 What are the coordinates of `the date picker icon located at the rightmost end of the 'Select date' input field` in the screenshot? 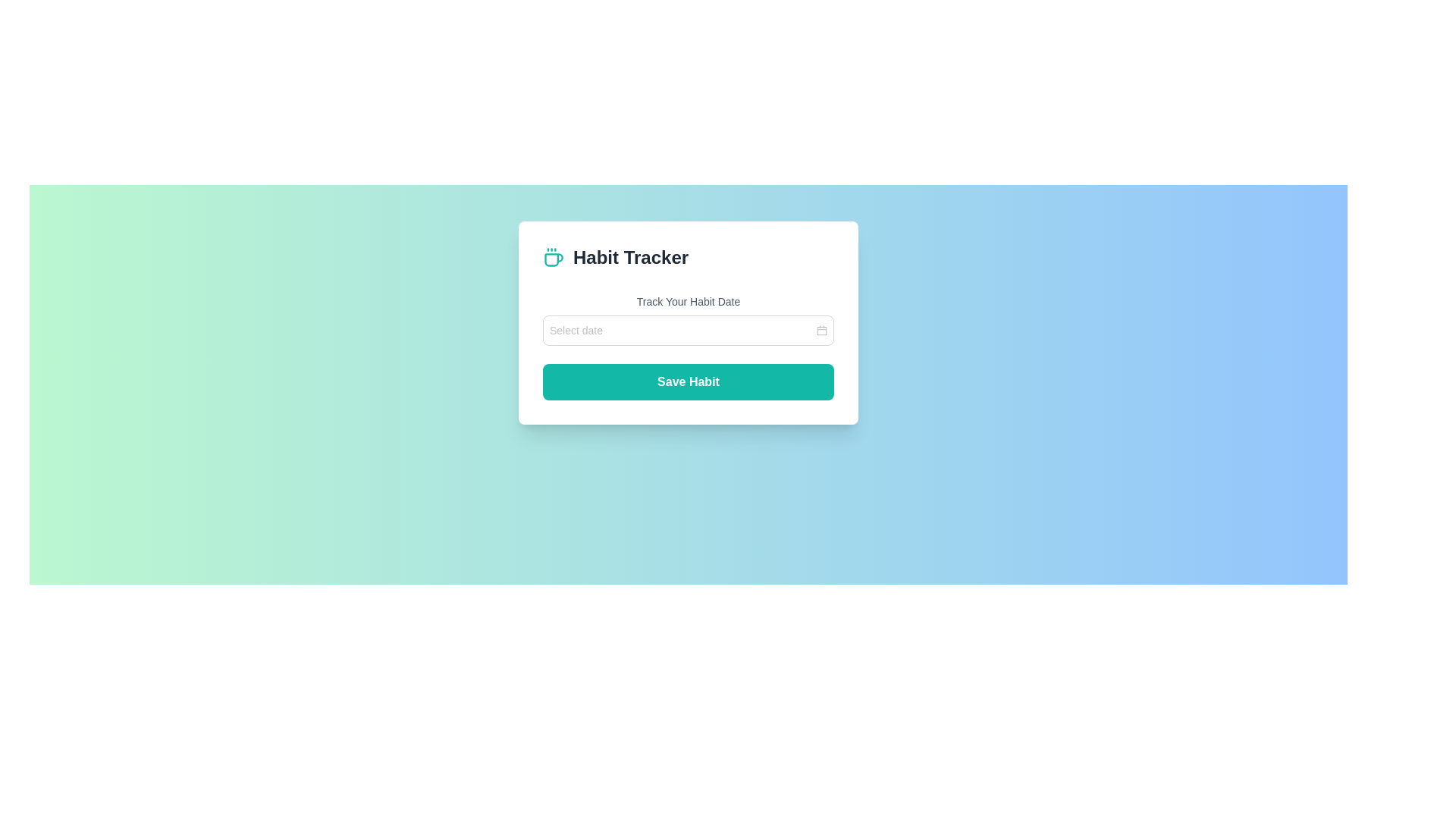 It's located at (821, 329).